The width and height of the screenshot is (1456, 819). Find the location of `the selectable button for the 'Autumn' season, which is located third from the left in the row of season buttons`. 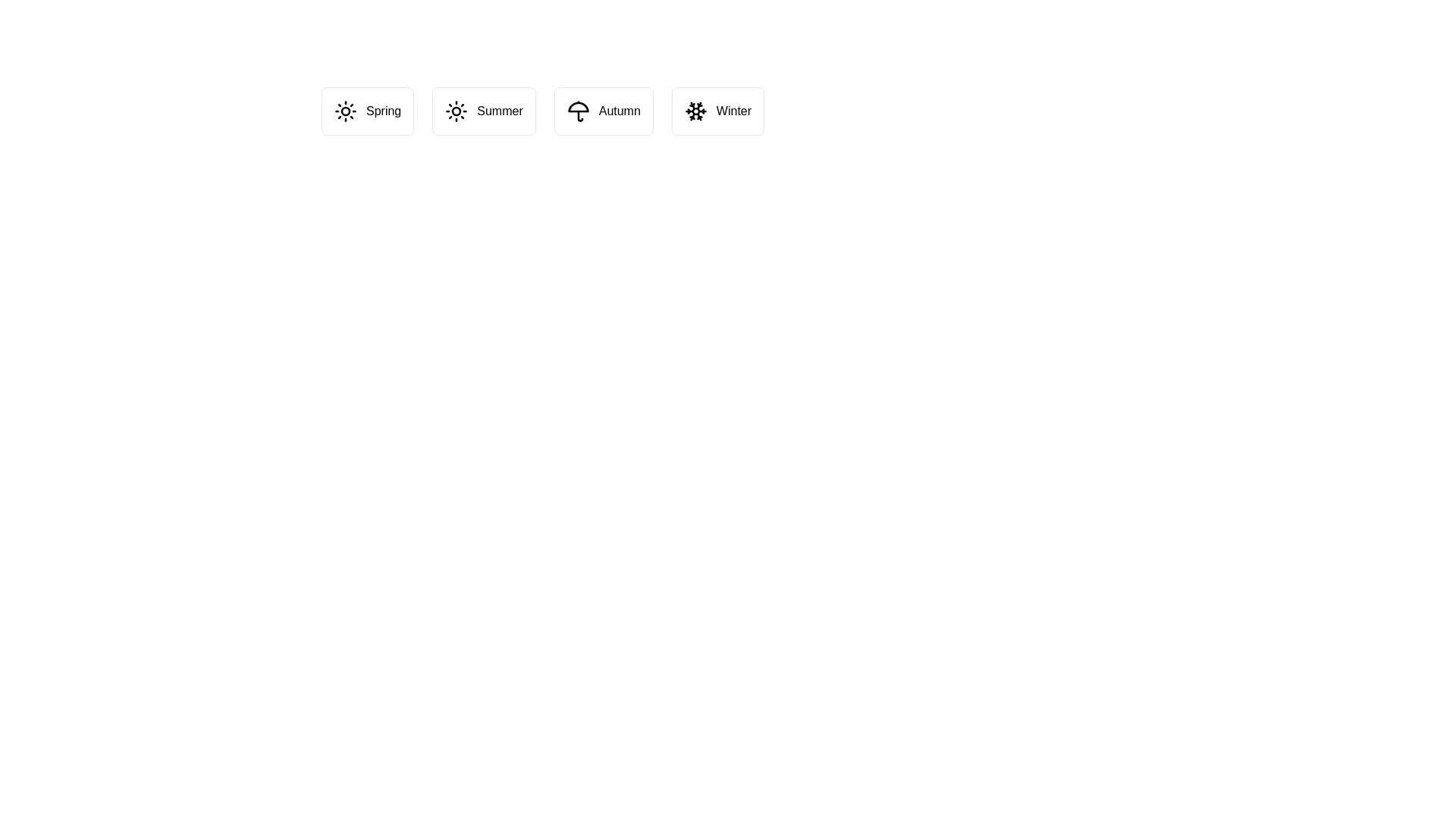

the selectable button for the 'Autumn' season, which is located third from the left in the row of season buttons is located at coordinates (603, 110).